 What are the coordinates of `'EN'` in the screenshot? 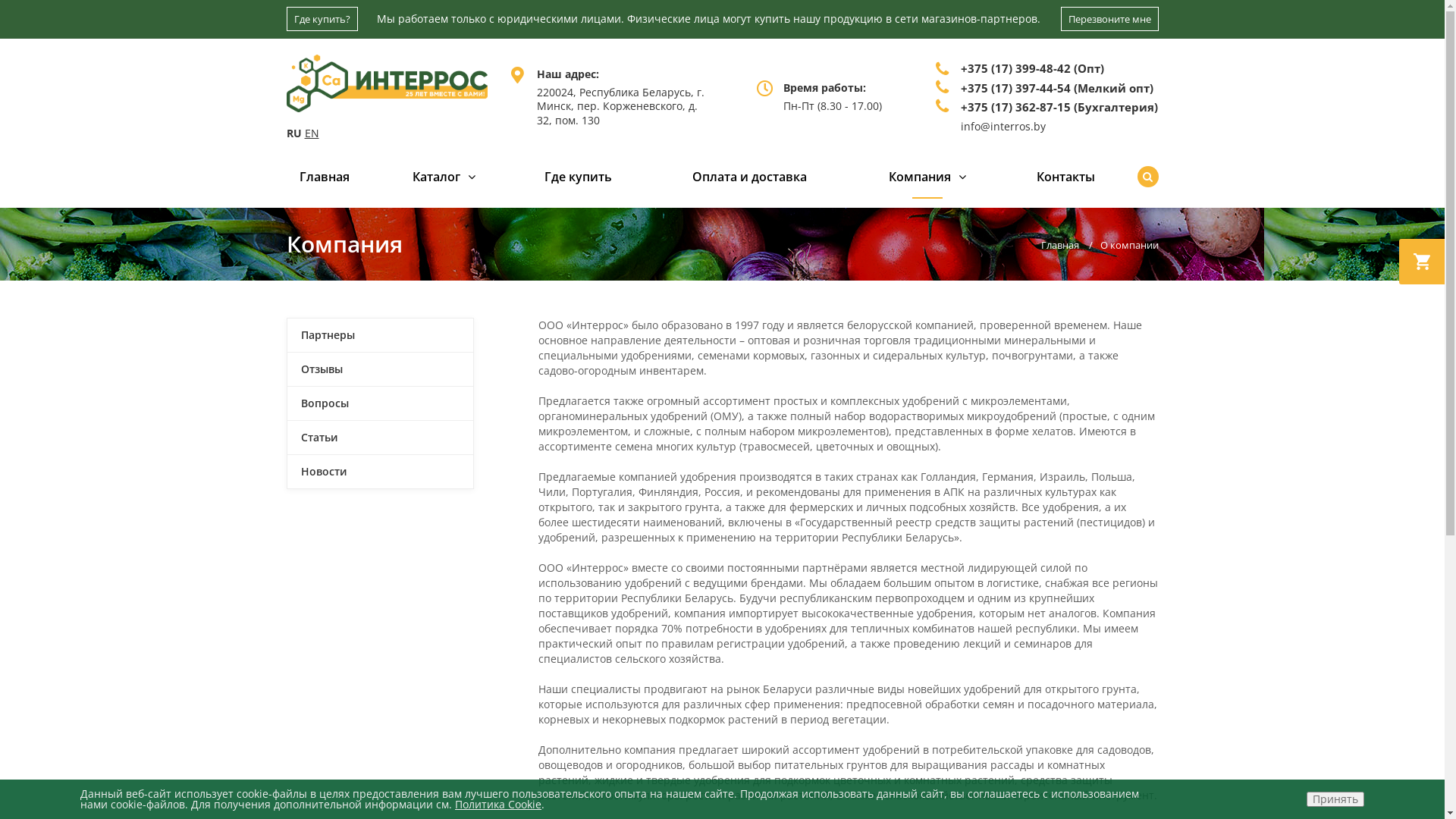 It's located at (304, 132).